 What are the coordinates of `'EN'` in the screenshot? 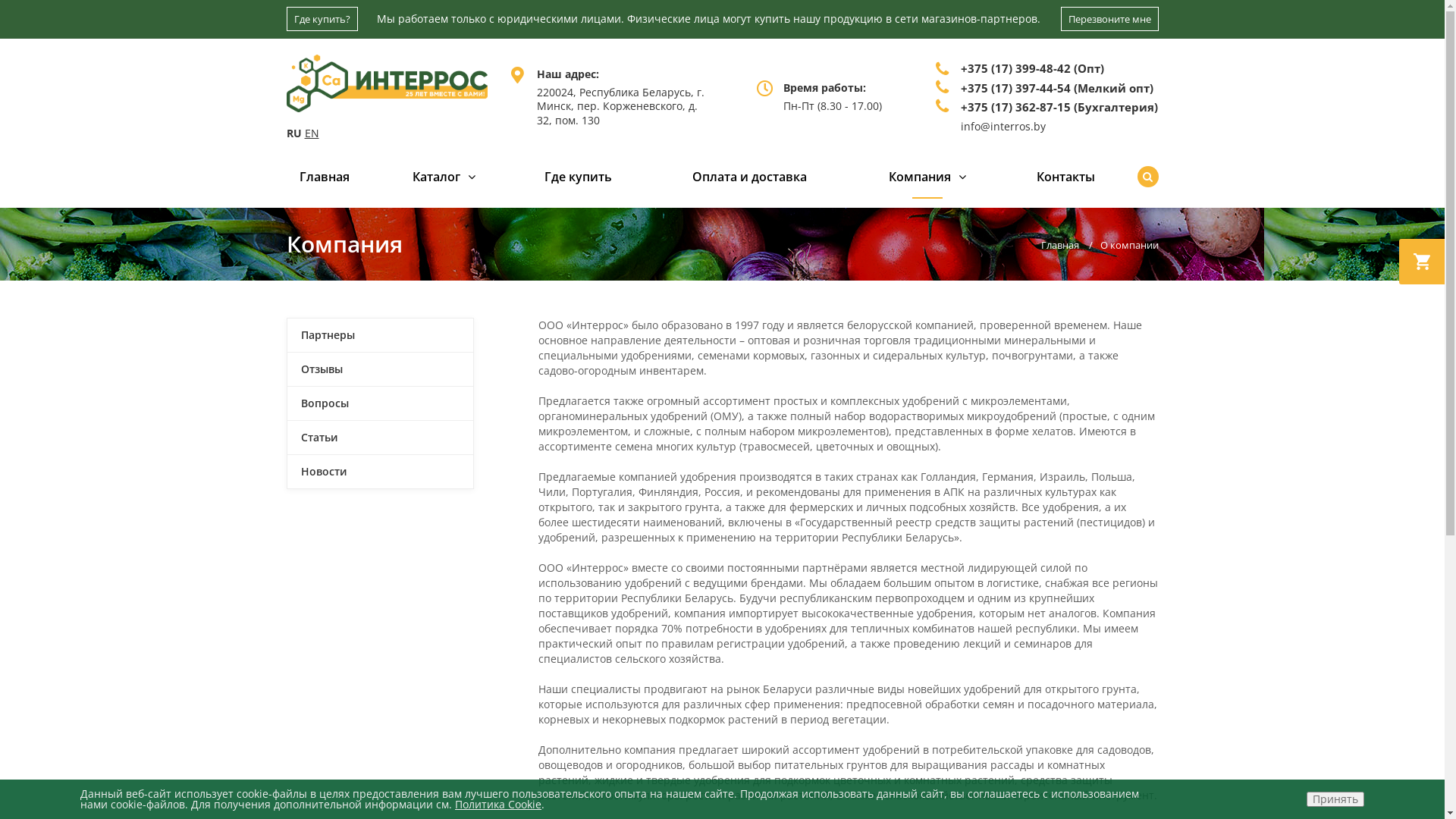 It's located at (304, 132).